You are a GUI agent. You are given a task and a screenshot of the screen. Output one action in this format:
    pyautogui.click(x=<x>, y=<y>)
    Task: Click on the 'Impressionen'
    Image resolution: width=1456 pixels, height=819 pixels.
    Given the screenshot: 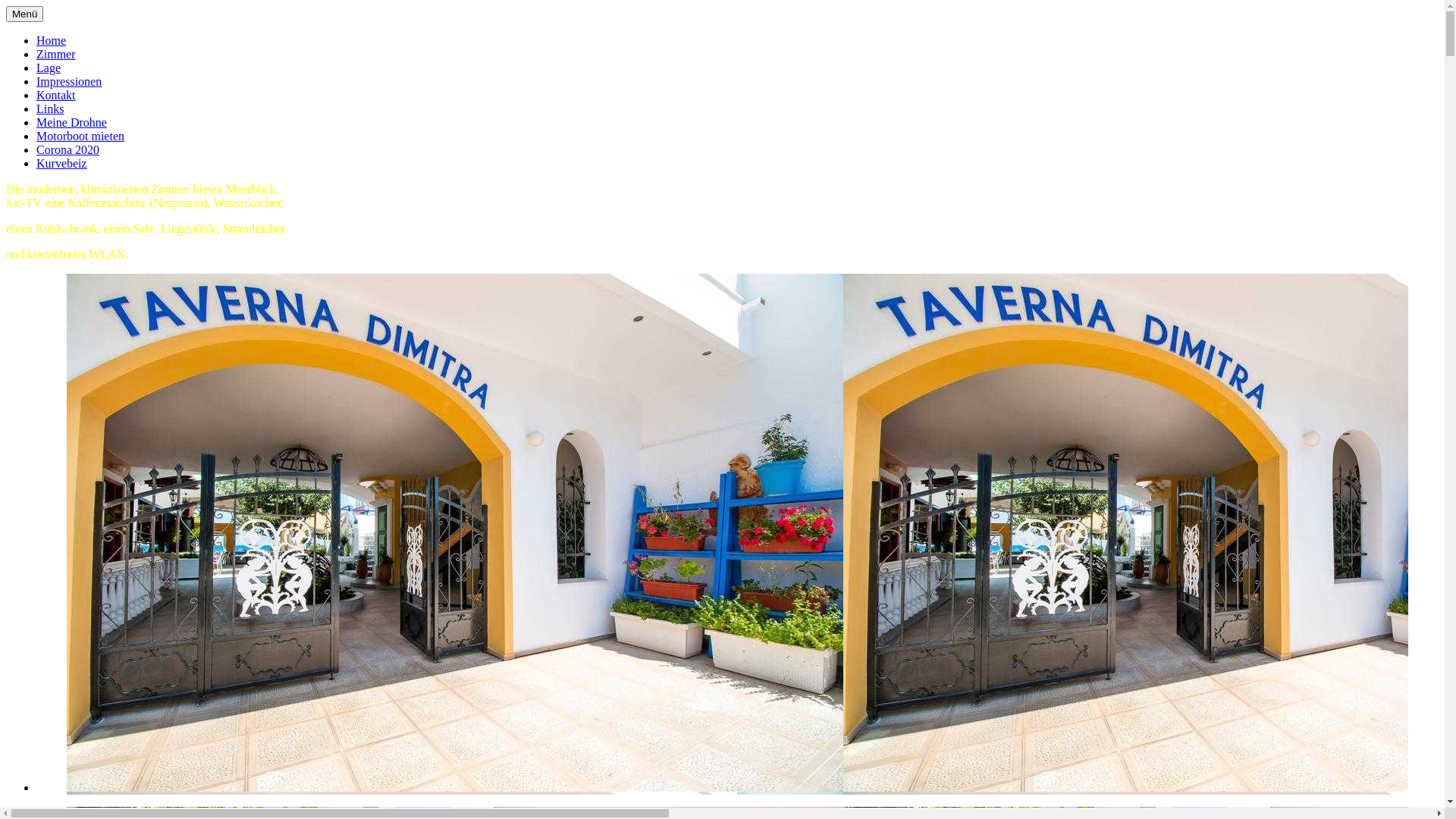 What is the action you would take?
    pyautogui.click(x=68, y=81)
    